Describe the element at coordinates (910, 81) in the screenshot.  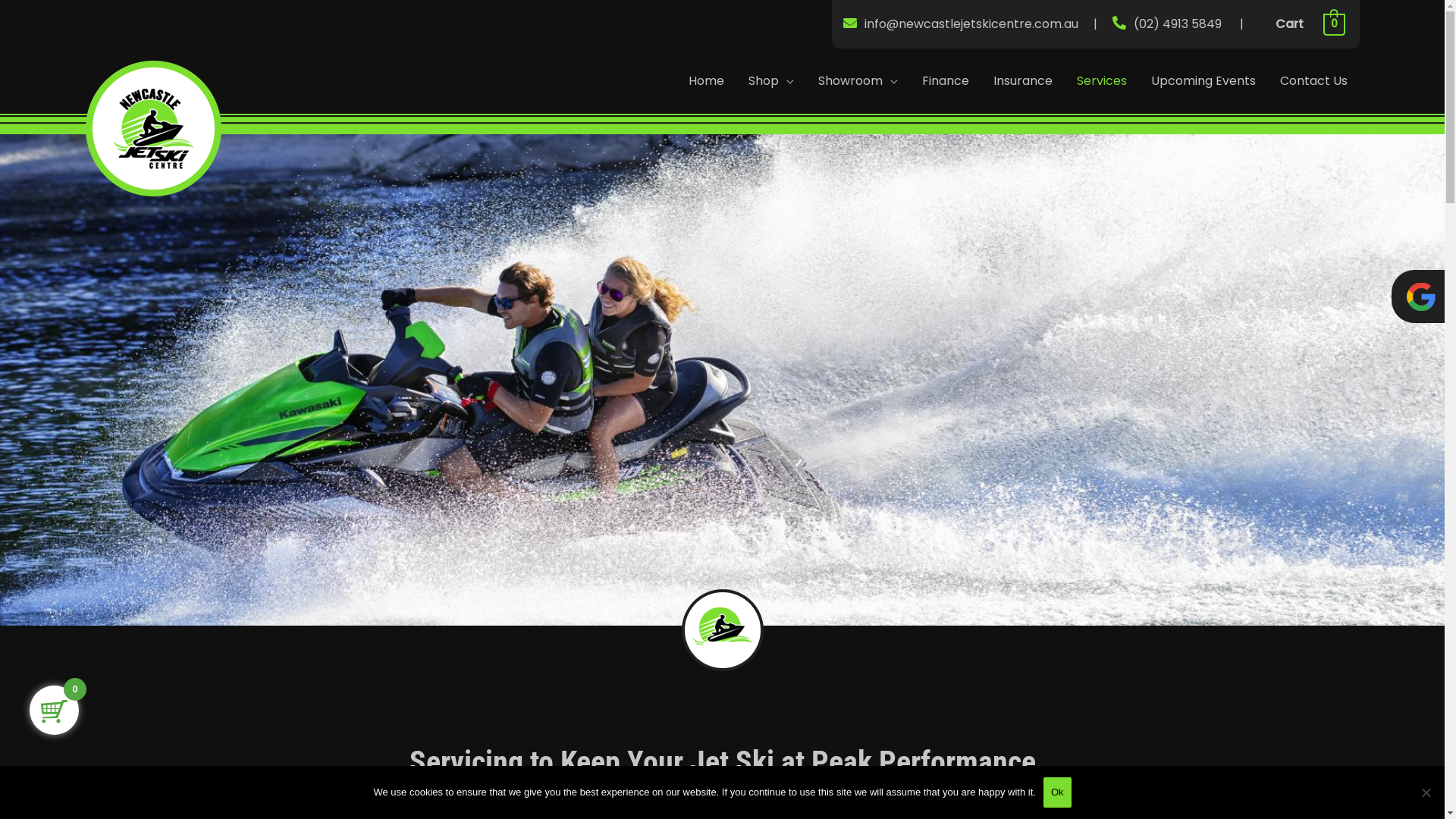
I see `'Finance'` at that location.